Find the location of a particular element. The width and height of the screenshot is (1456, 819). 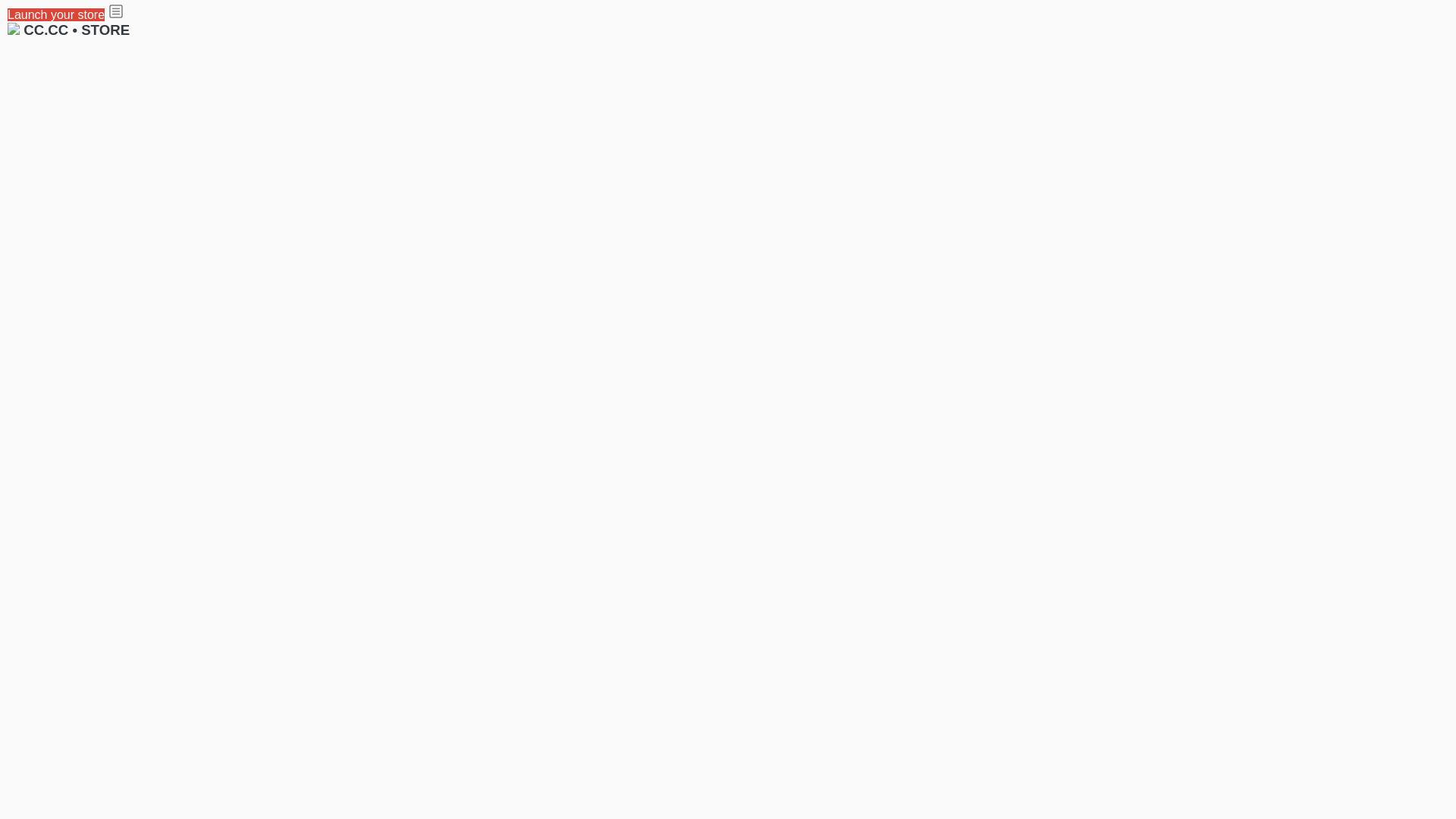

'Launch your store' is located at coordinates (55, 14).